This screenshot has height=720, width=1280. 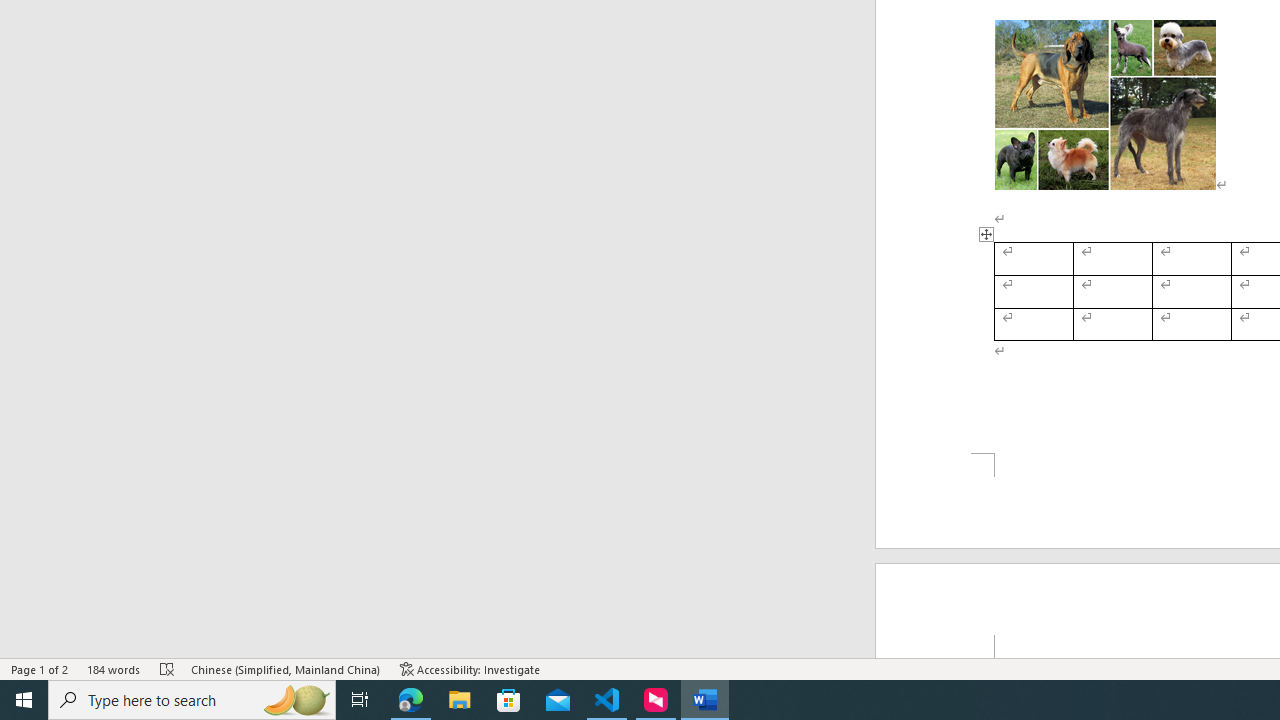 What do you see at coordinates (1104, 105) in the screenshot?
I see `'Morphological variation in six dogs'` at bounding box center [1104, 105].